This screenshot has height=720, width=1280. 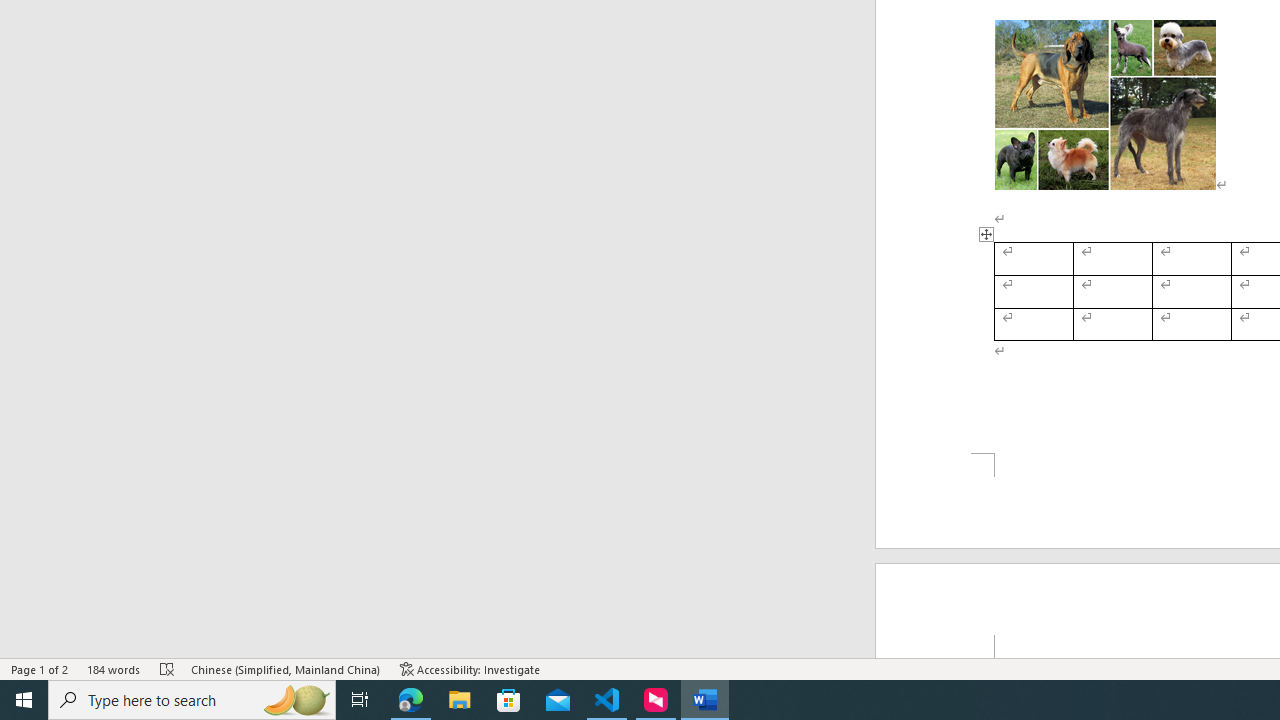 What do you see at coordinates (1104, 105) in the screenshot?
I see `'Morphological variation in six dogs'` at bounding box center [1104, 105].